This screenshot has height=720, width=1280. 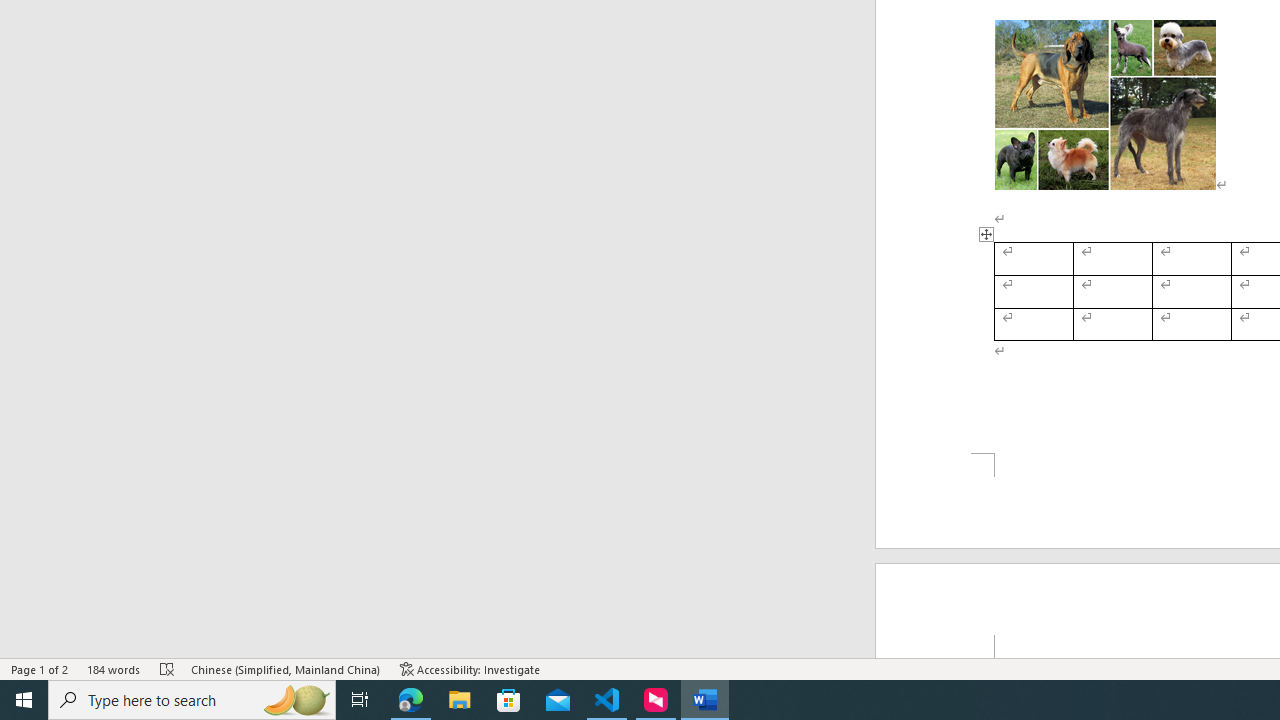 What do you see at coordinates (1104, 105) in the screenshot?
I see `'Morphological variation in six dogs'` at bounding box center [1104, 105].